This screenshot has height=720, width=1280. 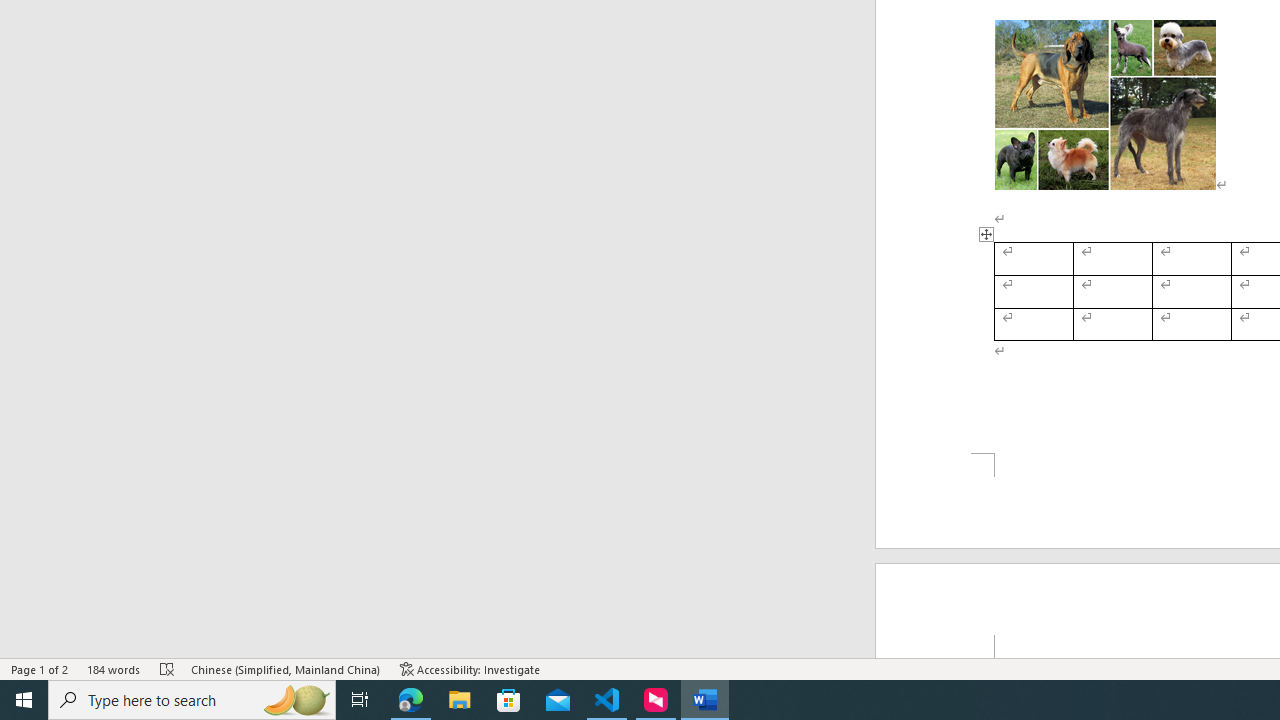 What do you see at coordinates (1104, 105) in the screenshot?
I see `'Morphological variation in six dogs'` at bounding box center [1104, 105].